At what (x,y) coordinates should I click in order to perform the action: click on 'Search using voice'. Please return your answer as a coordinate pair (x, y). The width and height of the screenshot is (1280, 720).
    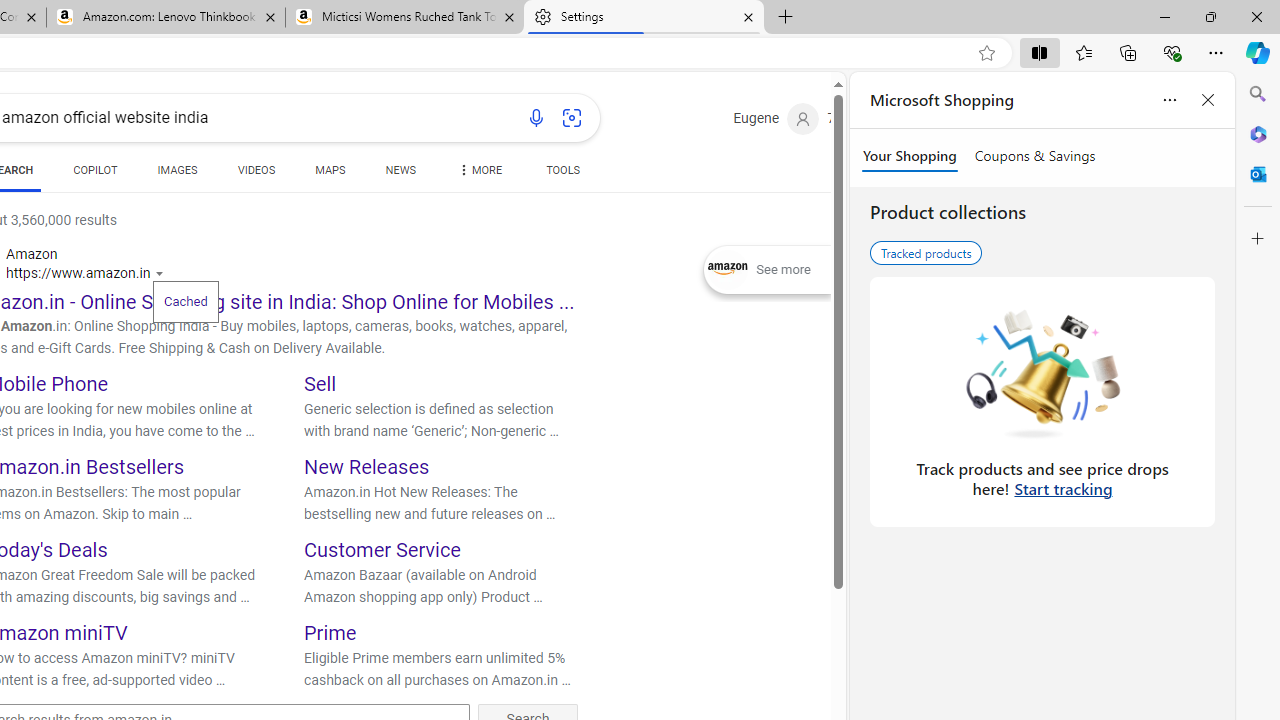
    Looking at the image, I should click on (536, 118).